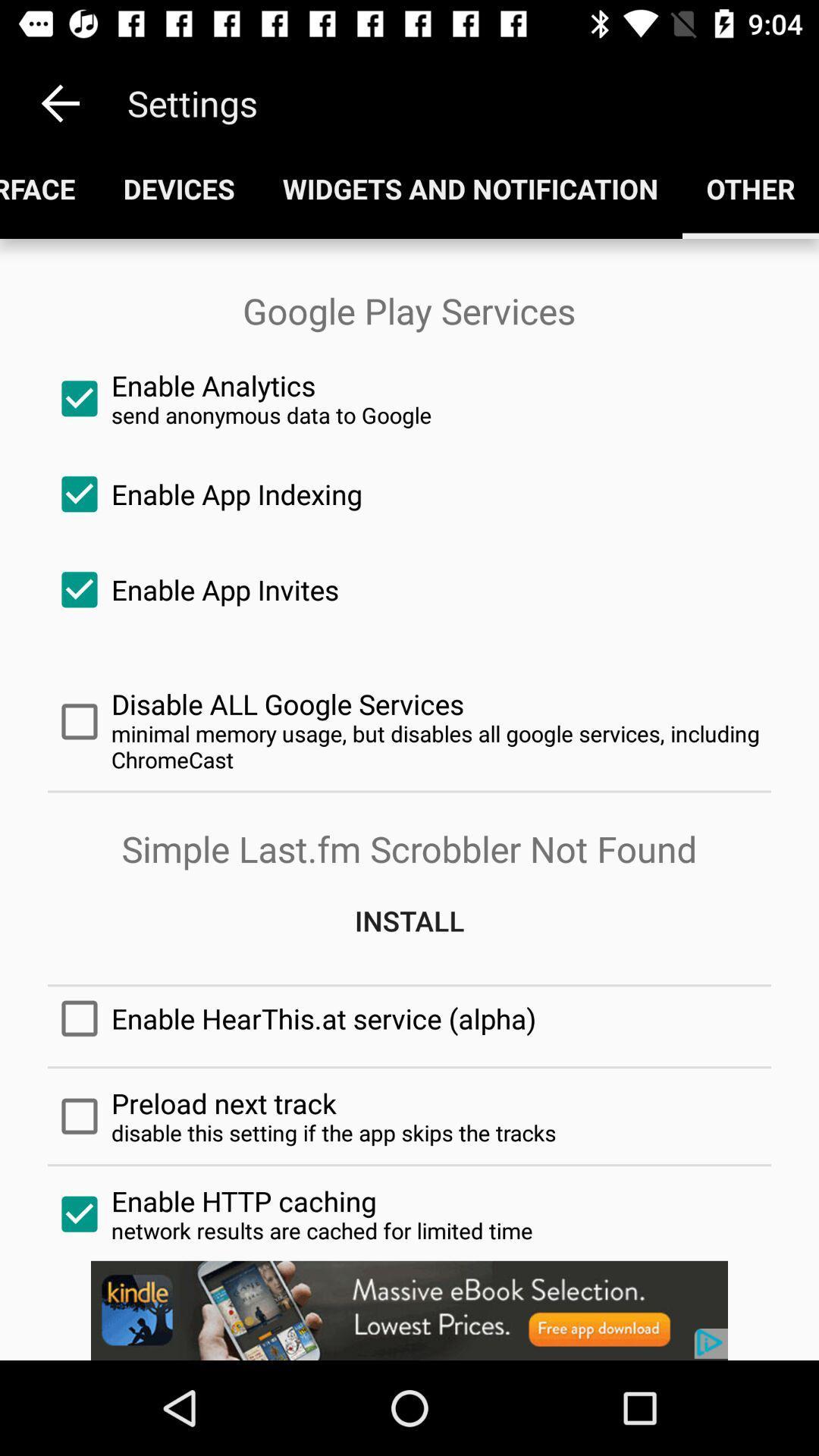 This screenshot has height=1456, width=819. What do you see at coordinates (409, 721) in the screenshot?
I see `check the box of disable all google services` at bounding box center [409, 721].